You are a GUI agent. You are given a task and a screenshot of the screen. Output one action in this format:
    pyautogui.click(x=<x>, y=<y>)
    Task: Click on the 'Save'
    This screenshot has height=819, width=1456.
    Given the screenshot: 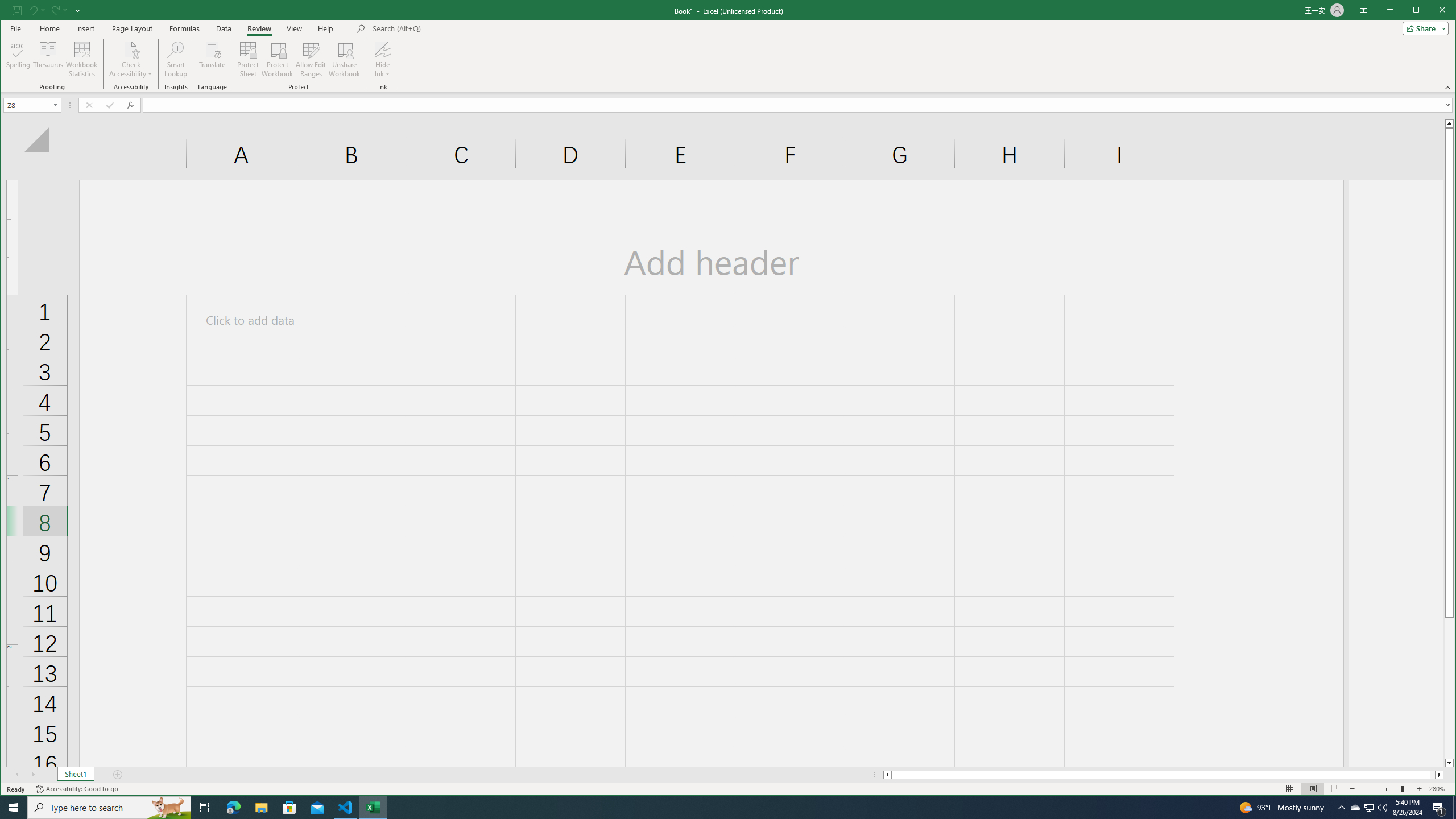 What is the action you would take?
    pyautogui.click(x=16, y=9)
    